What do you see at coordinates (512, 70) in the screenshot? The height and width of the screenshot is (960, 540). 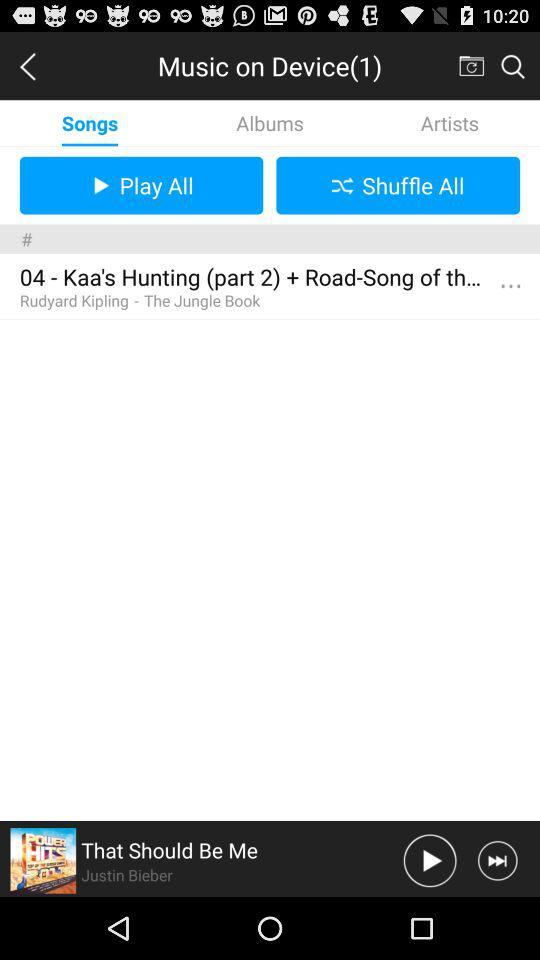 I see `the search icon` at bounding box center [512, 70].